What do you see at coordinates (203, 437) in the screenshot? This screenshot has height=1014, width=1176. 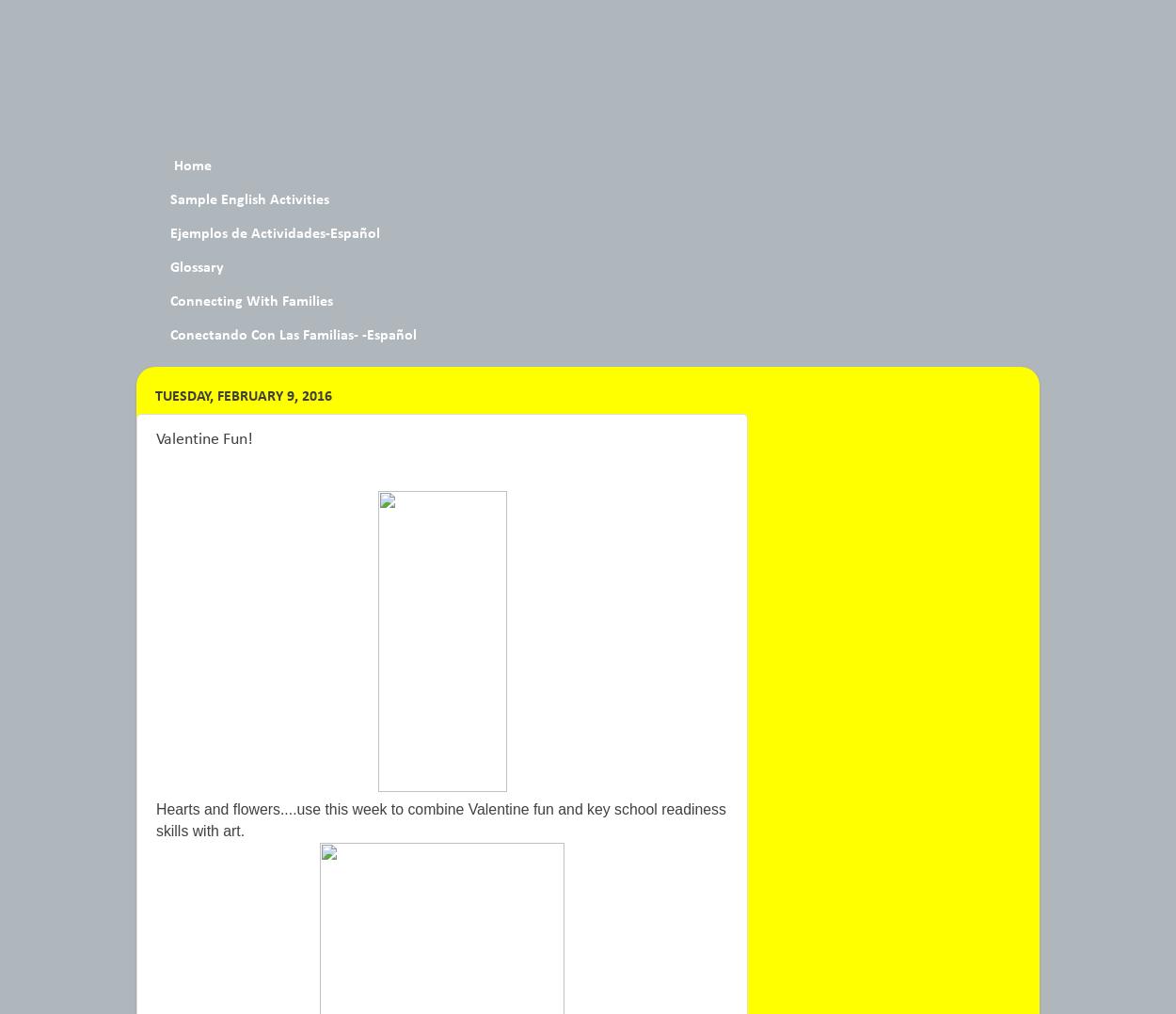 I see `'Valentine Fun!'` at bounding box center [203, 437].